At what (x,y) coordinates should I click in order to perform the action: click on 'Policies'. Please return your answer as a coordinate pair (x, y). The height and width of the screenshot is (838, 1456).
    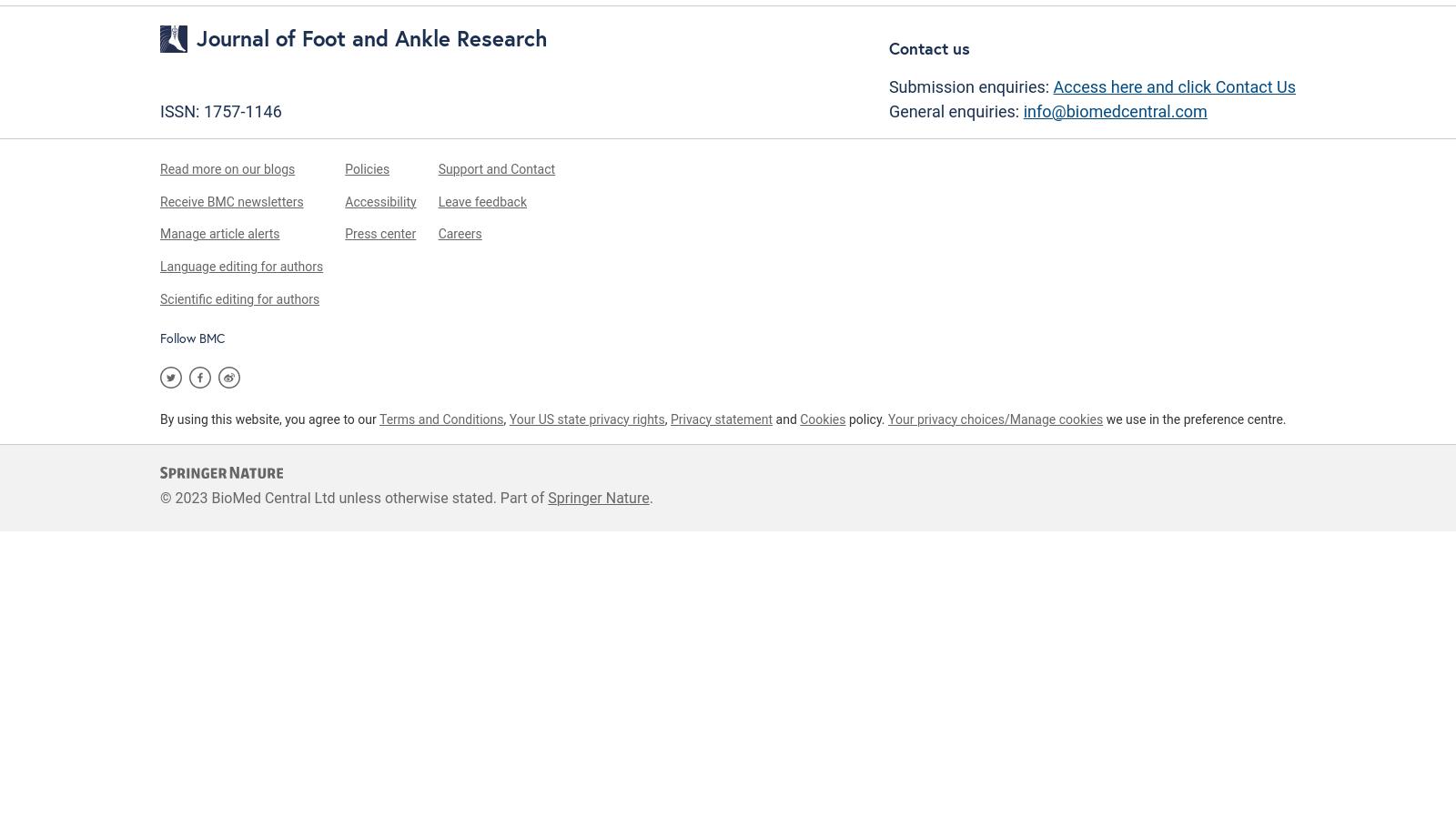
    Looking at the image, I should click on (366, 168).